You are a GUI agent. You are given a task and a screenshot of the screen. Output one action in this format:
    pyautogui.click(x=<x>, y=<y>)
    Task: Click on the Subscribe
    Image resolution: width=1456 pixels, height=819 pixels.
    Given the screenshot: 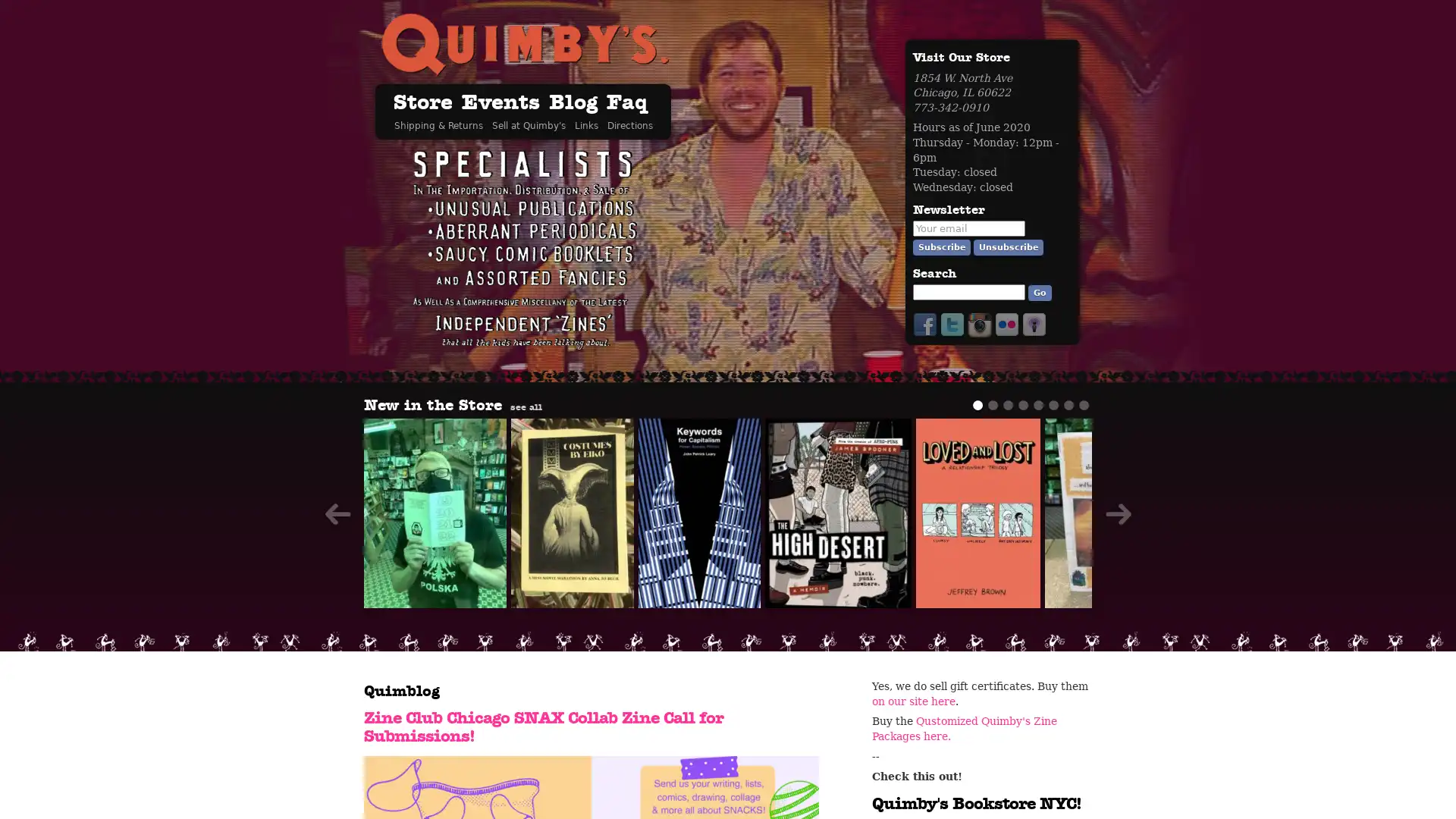 What is the action you would take?
    pyautogui.click(x=941, y=246)
    